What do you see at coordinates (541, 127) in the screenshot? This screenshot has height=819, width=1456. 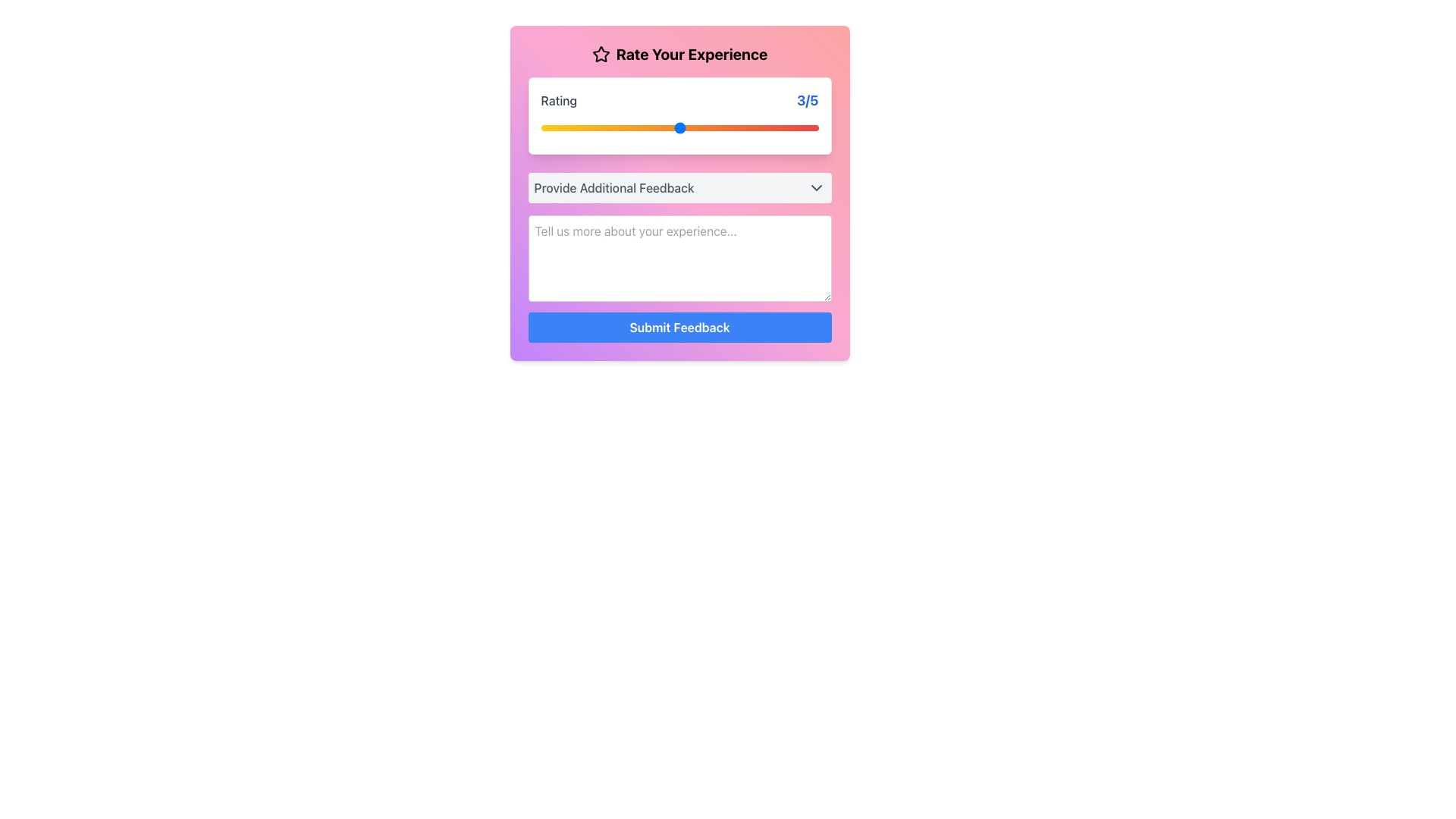 I see `the rating` at bounding box center [541, 127].